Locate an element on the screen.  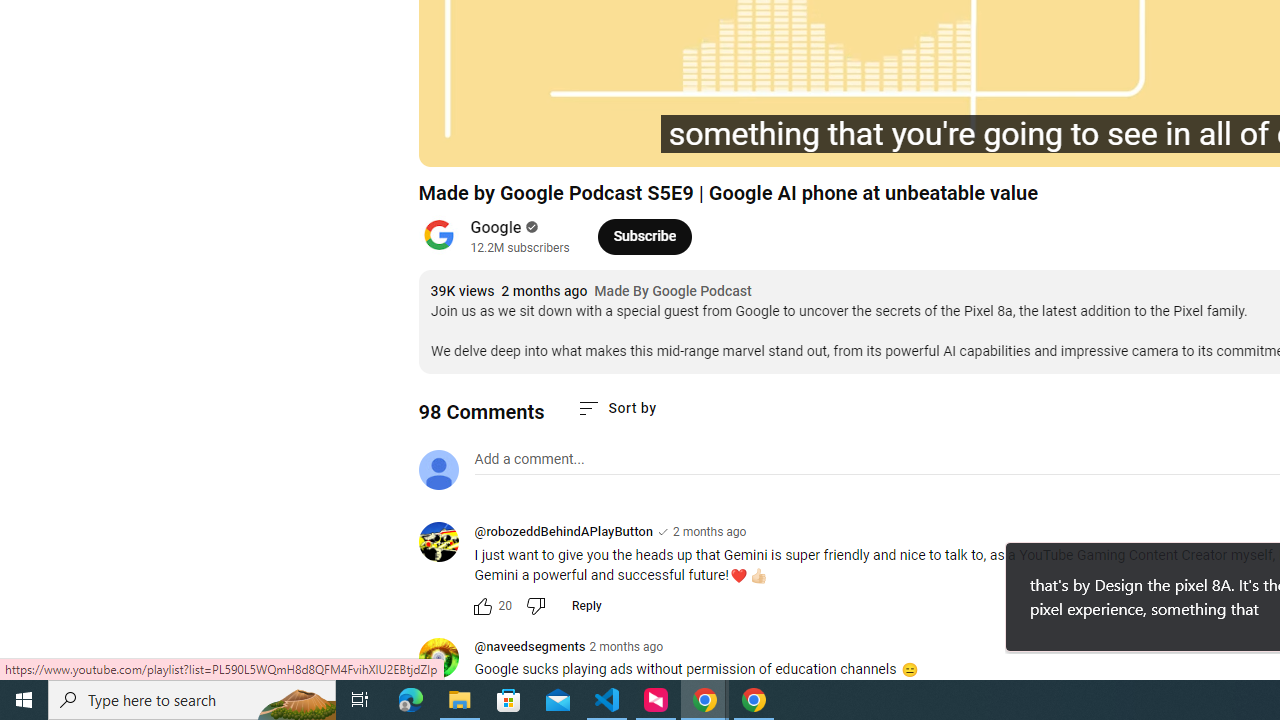
'Reply' is located at coordinates (585, 604).